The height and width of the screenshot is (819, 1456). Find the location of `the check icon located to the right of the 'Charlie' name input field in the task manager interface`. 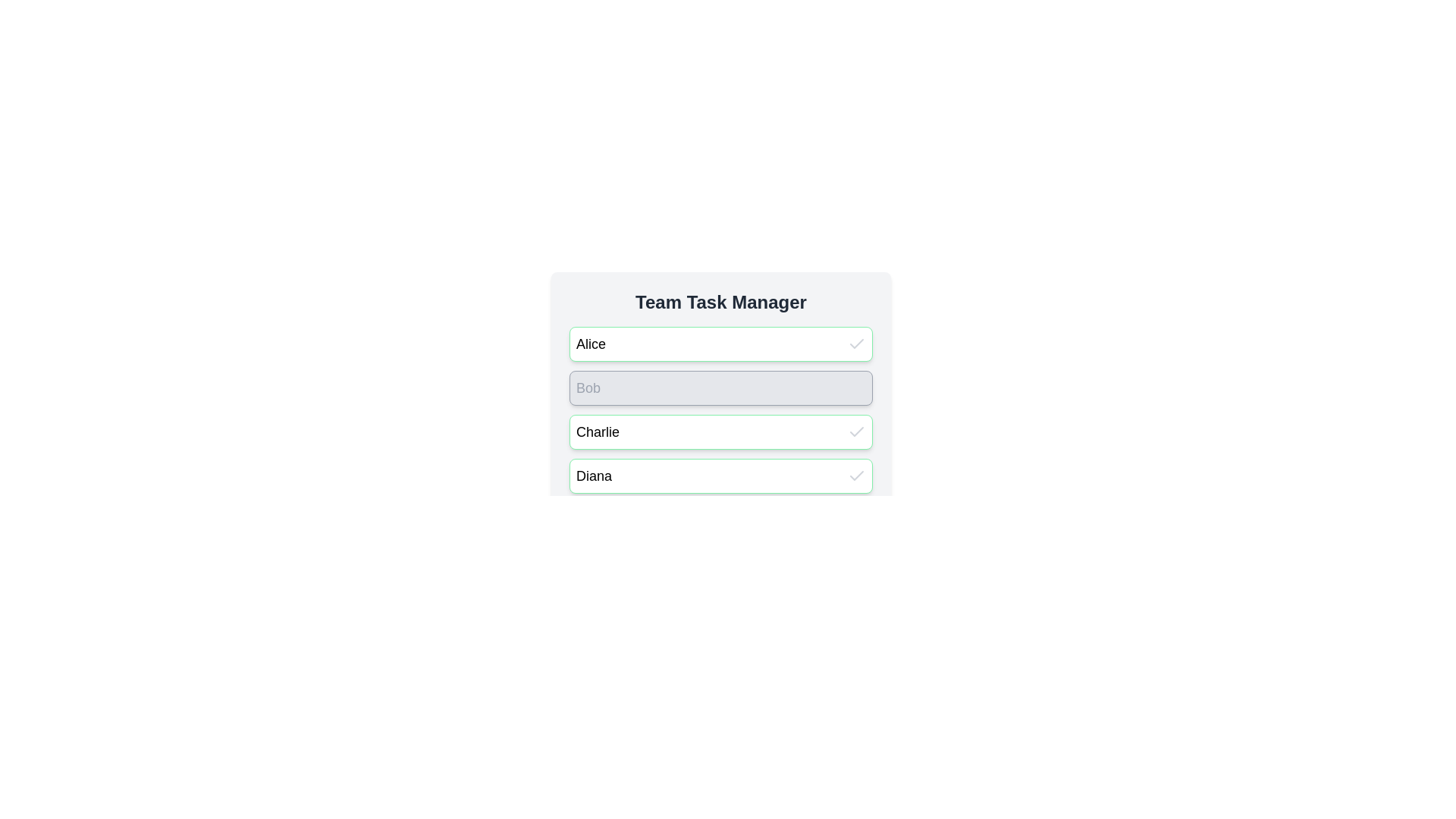

the check icon located to the right of the 'Charlie' name input field in the task manager interface is located at coordinates (856, 431).